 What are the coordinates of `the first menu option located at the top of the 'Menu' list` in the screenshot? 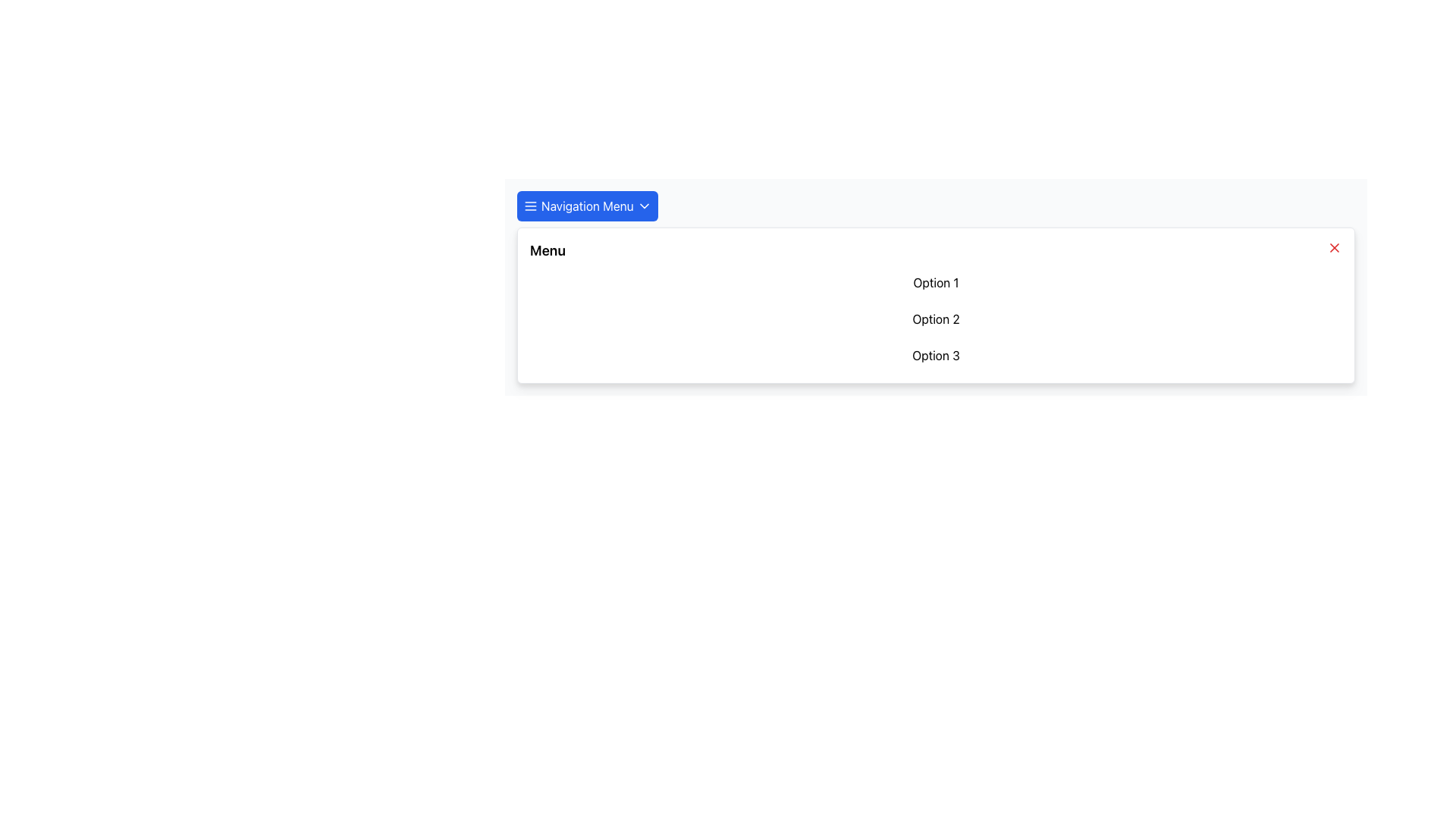 It's located at (935, 283).